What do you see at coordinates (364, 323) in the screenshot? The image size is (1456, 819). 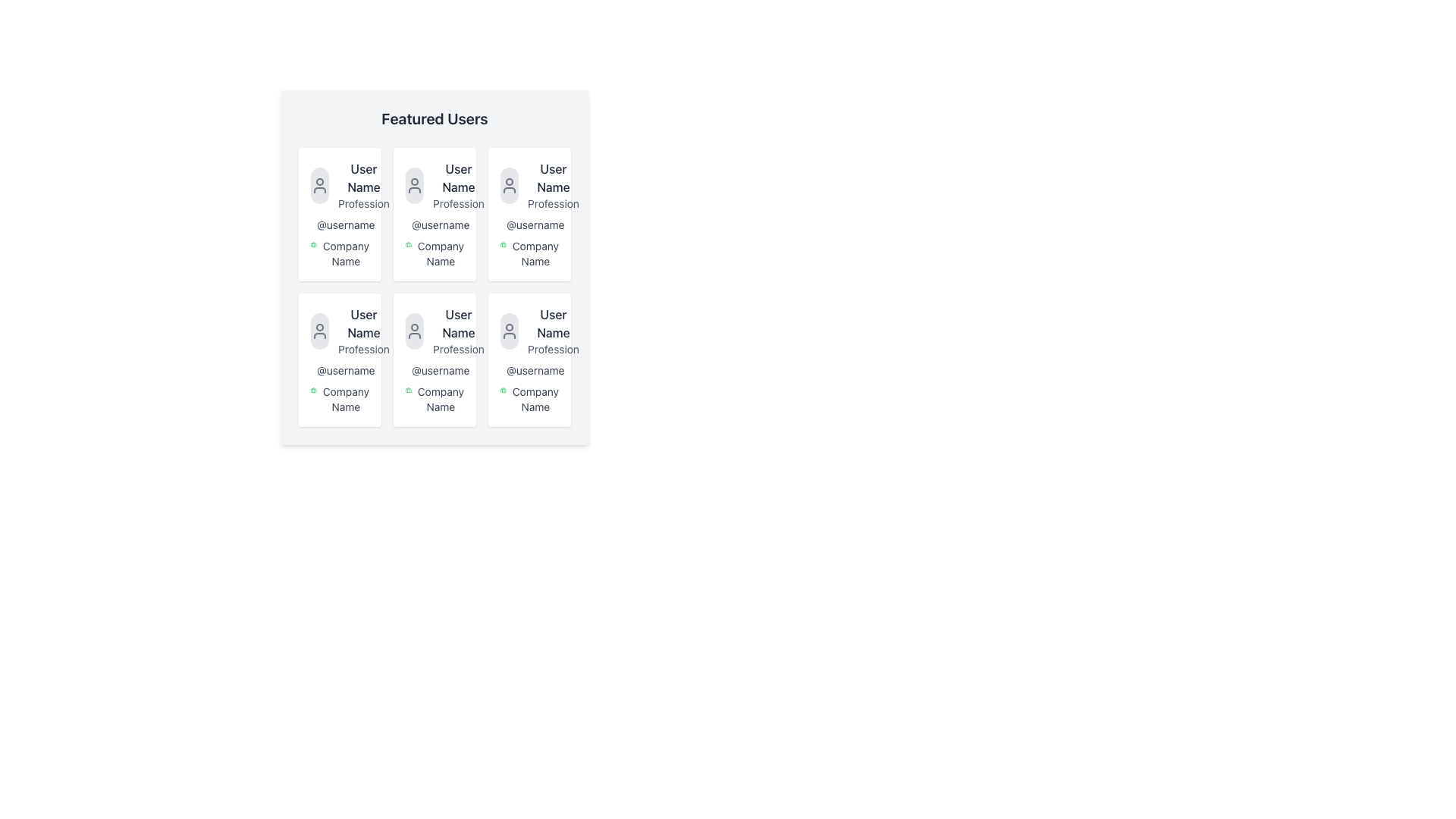 I see `the user's name displayed in the profile card, located in the second row of the third card in a grid layout, positioned centrally above the 'Profession' text and below an avatar placeholder` at bounding box center [364, 323].